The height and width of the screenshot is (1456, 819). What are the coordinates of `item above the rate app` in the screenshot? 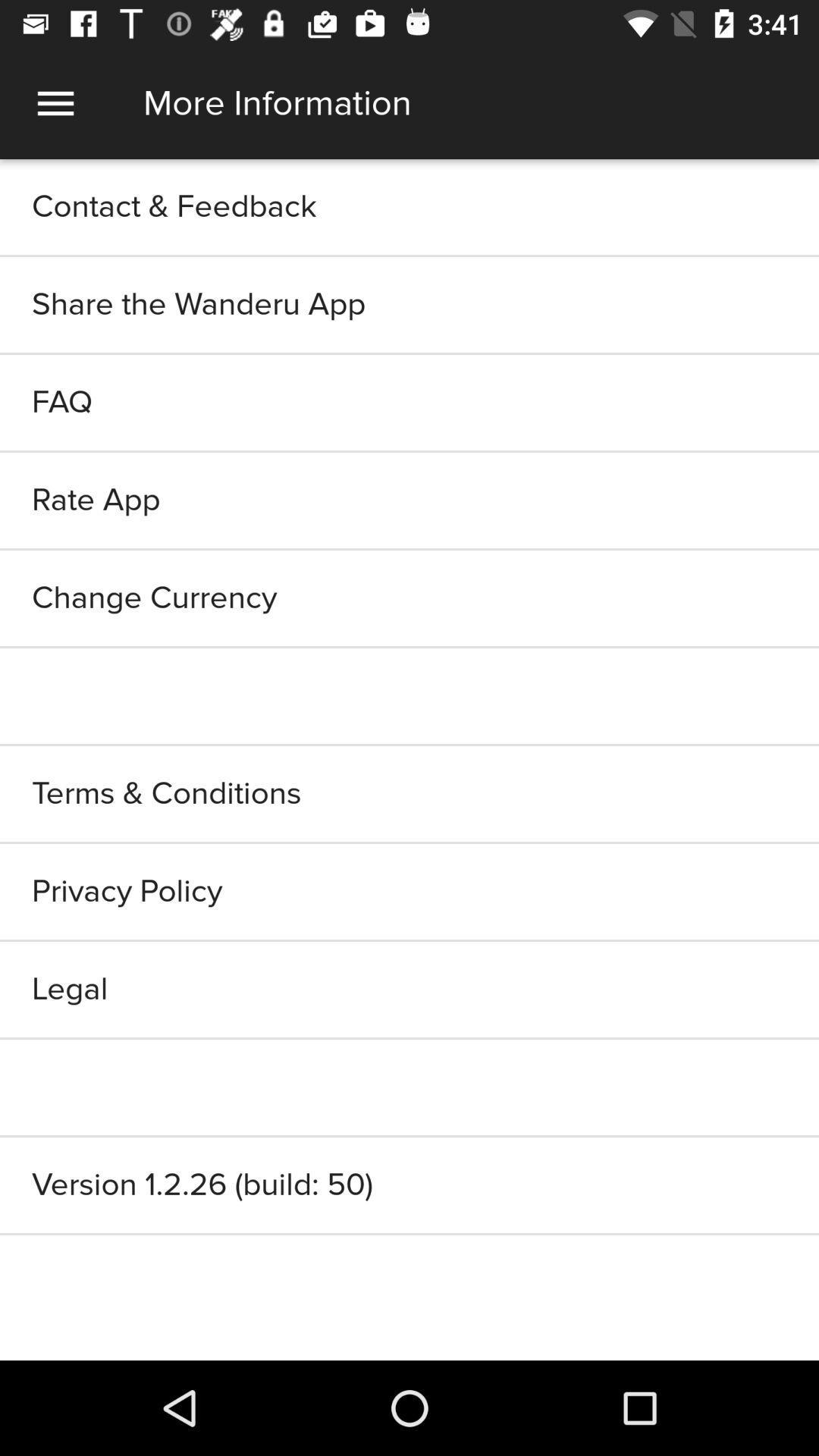 It's located at (409, 403).